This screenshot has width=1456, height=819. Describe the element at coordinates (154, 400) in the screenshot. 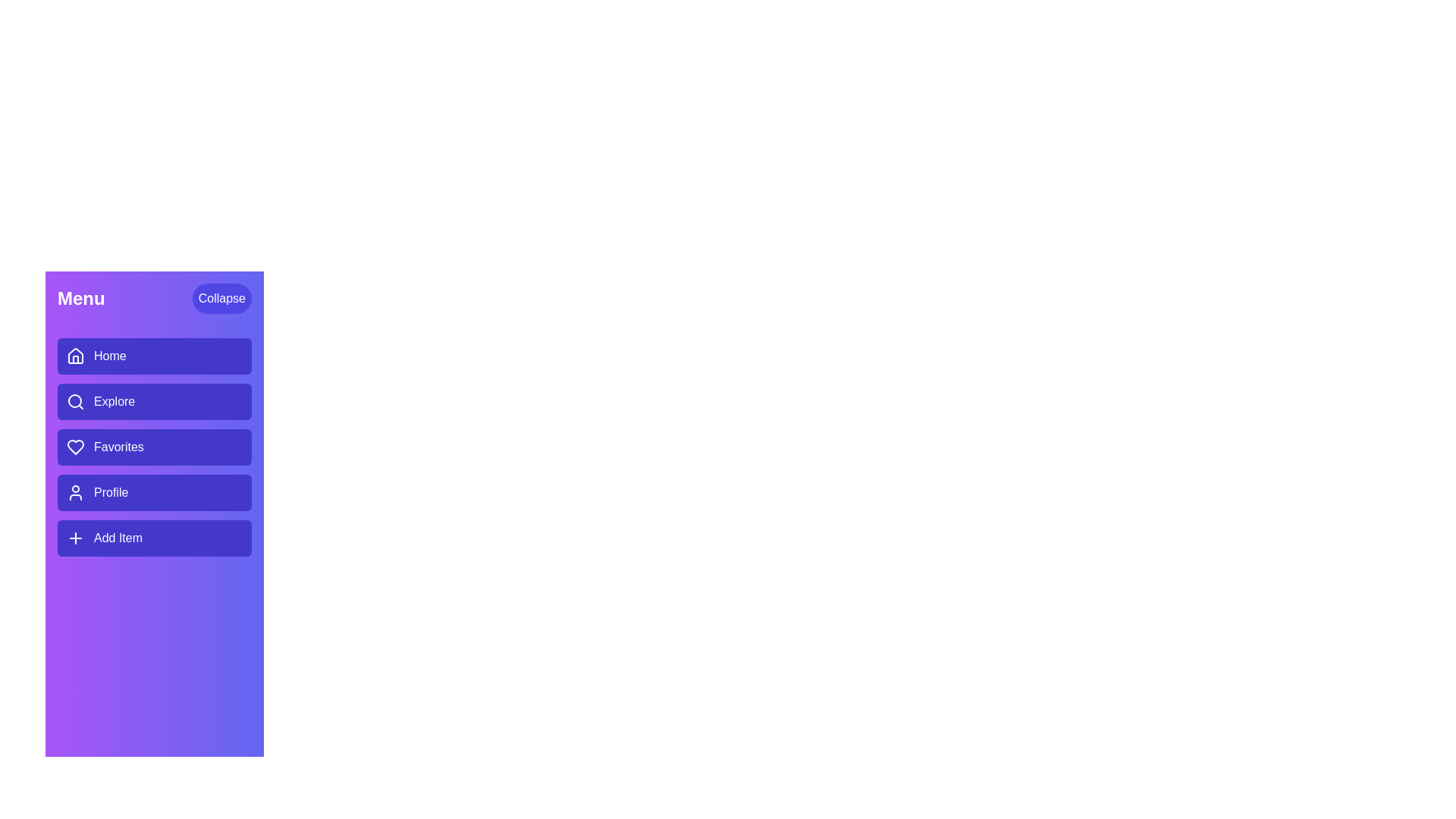

I see `the menu item Explore to navigate to its respective section` at that location.